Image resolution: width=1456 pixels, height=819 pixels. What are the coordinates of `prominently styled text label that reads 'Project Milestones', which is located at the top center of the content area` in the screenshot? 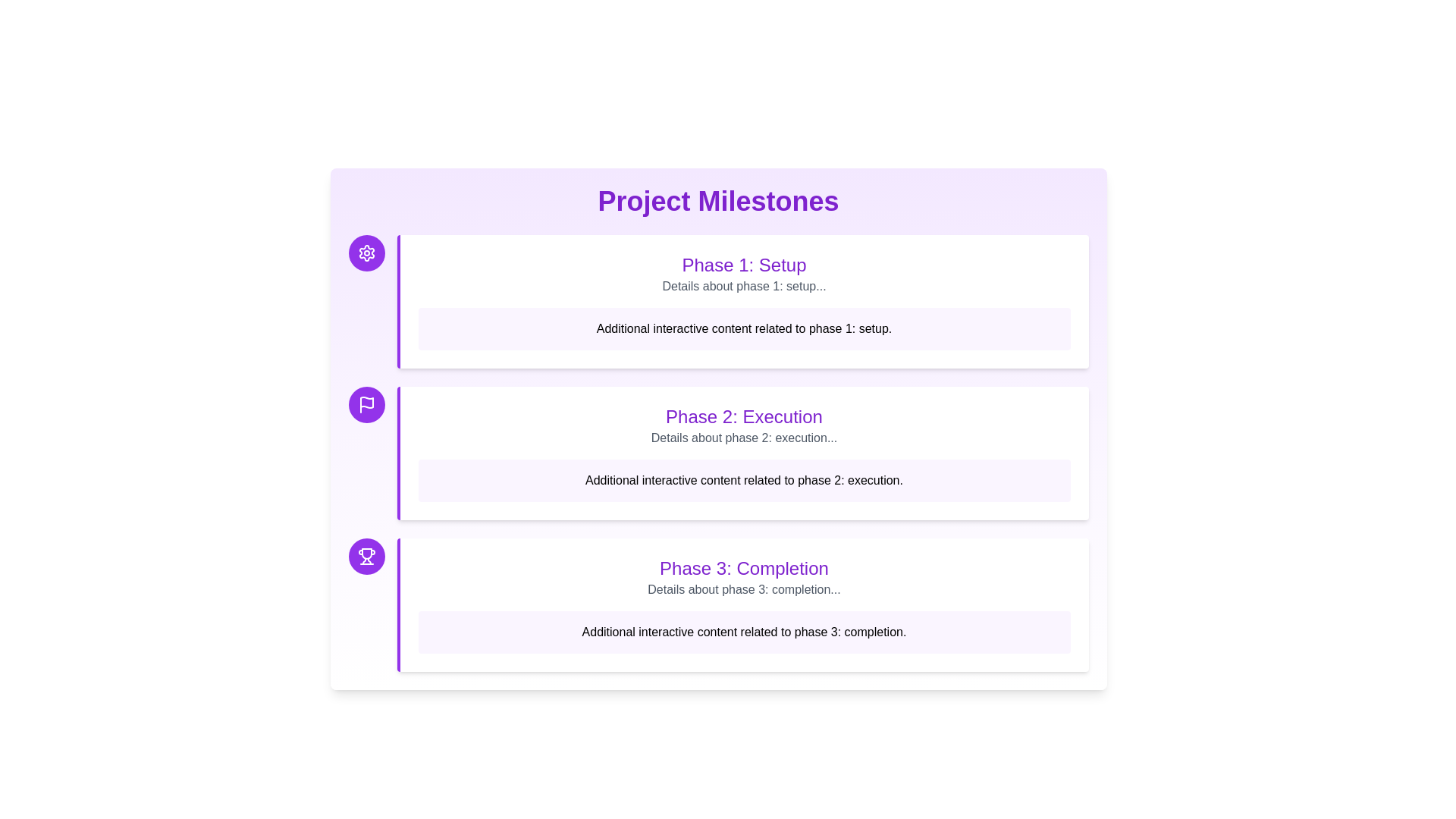 It's located at (717, 201).